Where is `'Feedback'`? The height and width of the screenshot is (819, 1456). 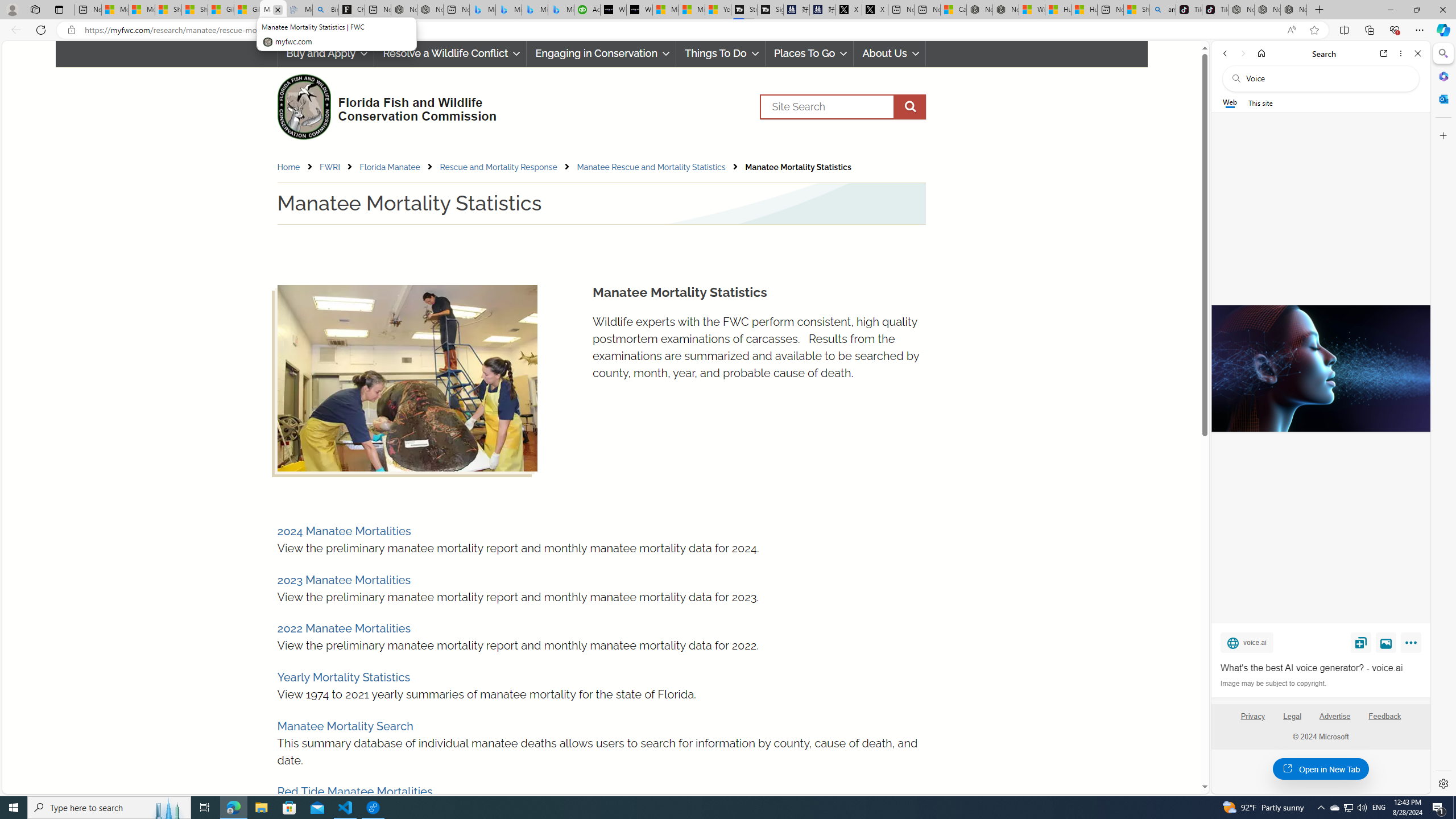
'Feedback' is located at coordinates (1384, 721).